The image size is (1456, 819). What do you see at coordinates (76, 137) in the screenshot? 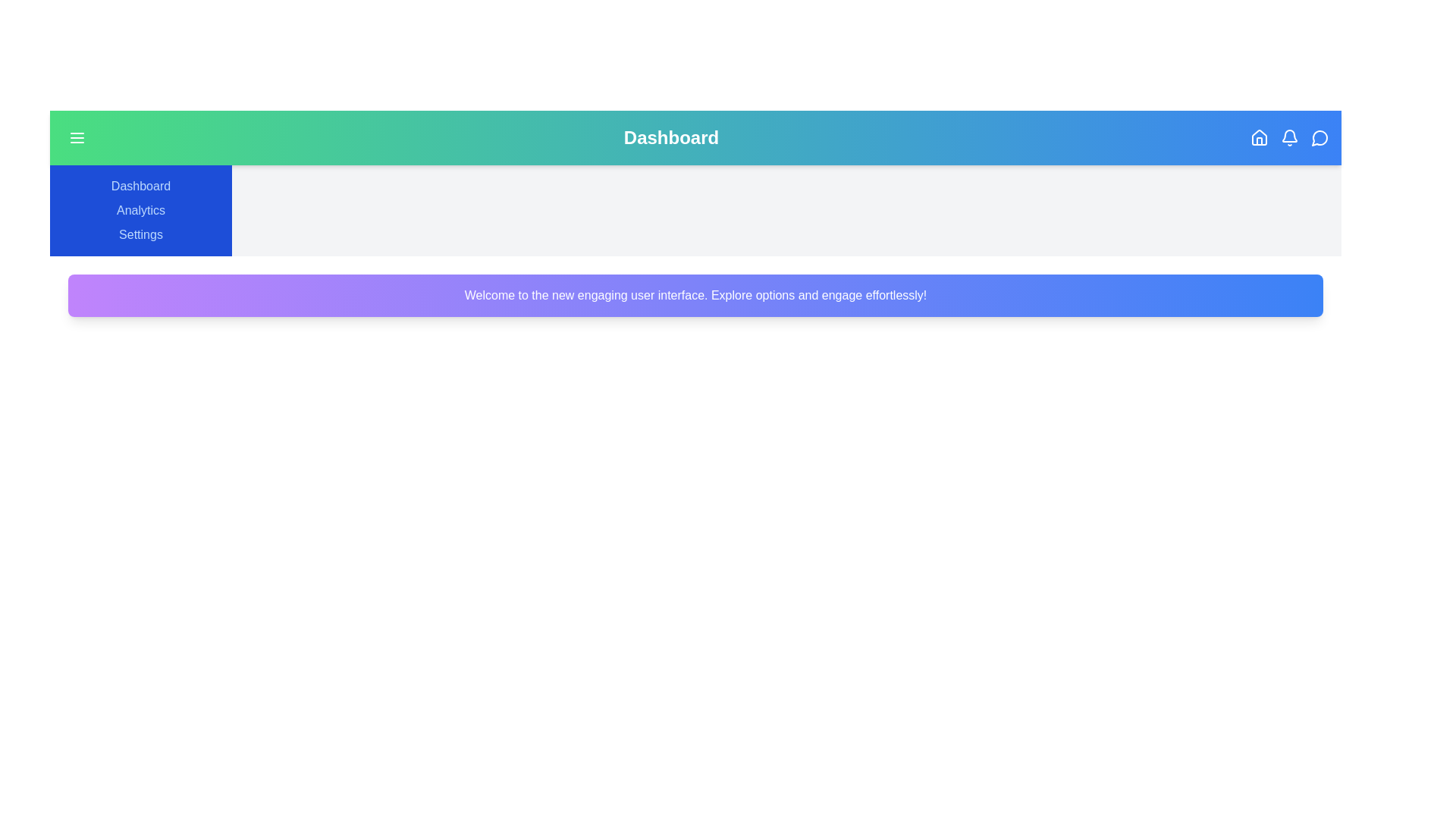
I see `the menu button to toggle the menu visibility` at bounding box center [76, 137].